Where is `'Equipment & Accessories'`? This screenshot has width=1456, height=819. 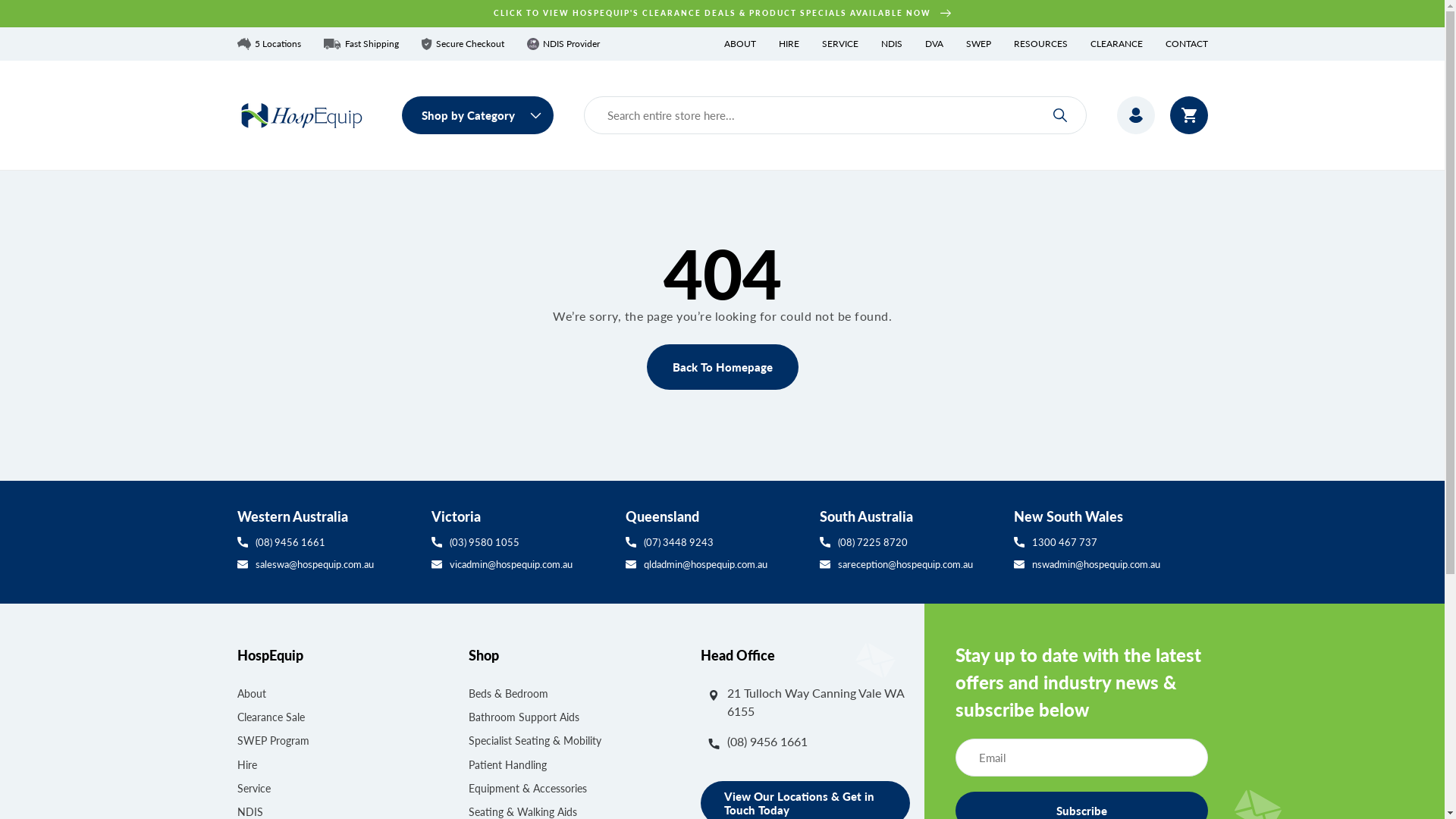
'Equipment & Accessories' is located at coordinates (528, 787).